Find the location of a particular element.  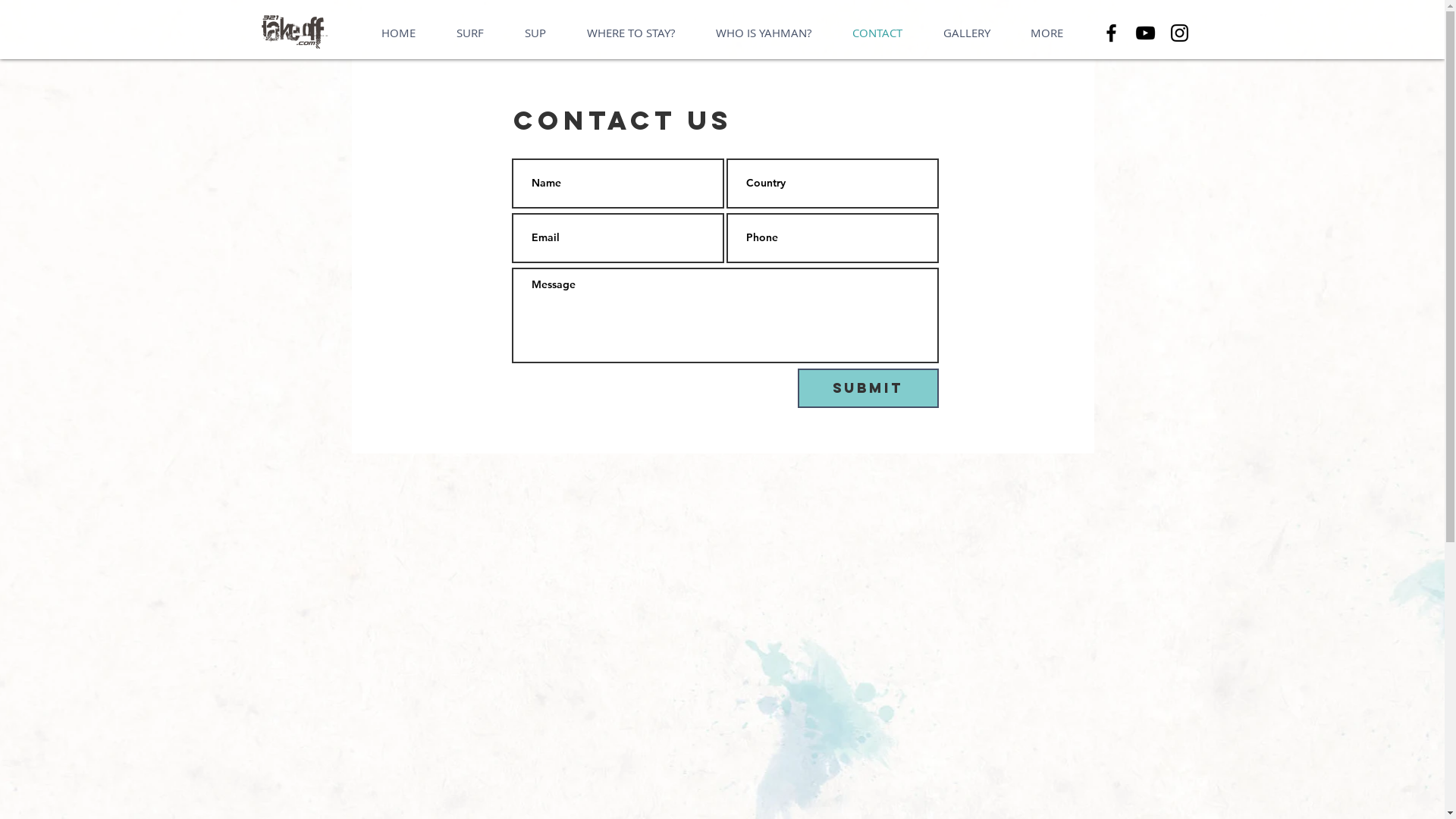

'WHO IS YAHMAN?' is located at coordinates (694, 33).